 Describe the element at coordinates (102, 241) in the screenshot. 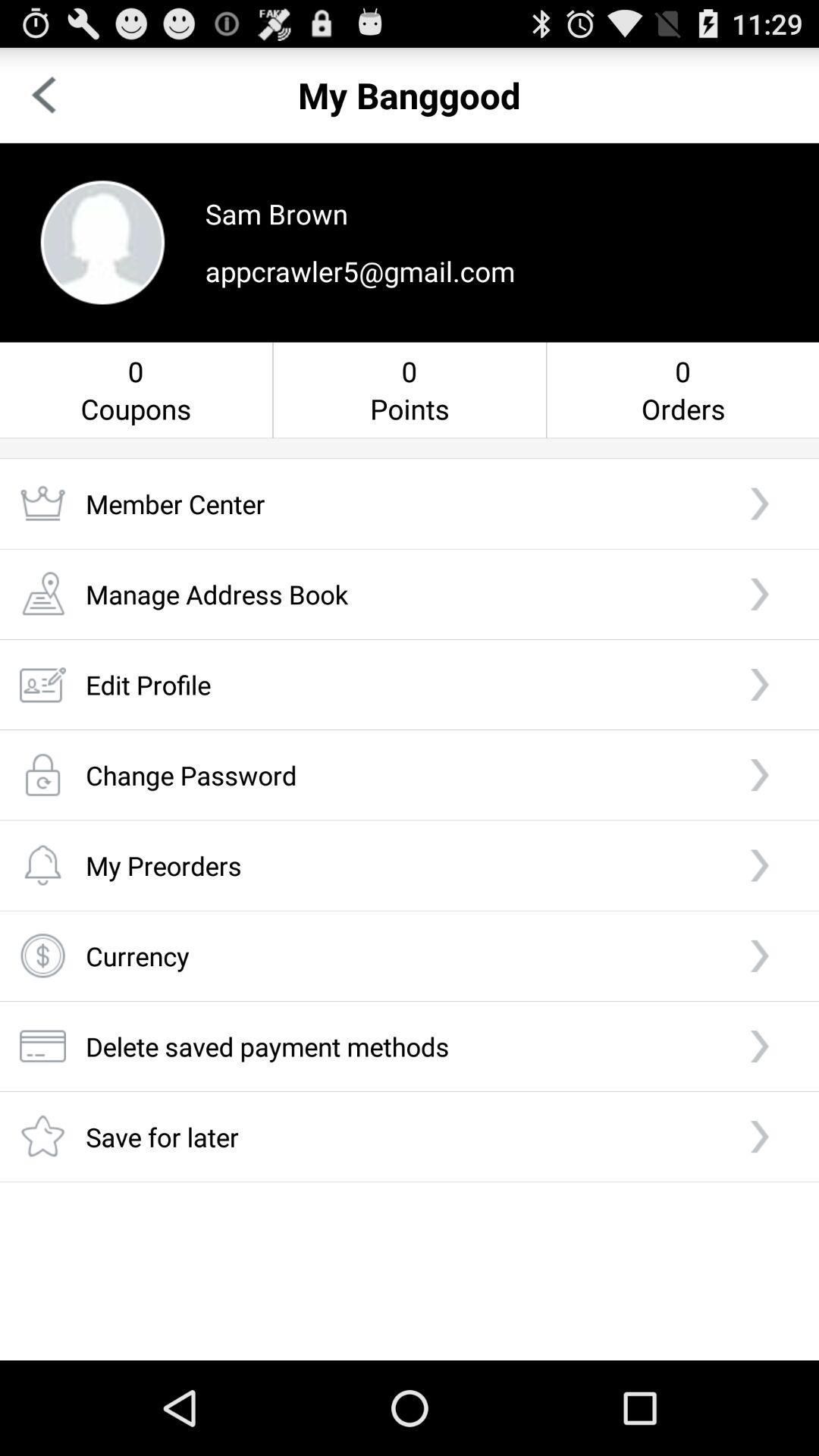

I see `my profile` at that location.